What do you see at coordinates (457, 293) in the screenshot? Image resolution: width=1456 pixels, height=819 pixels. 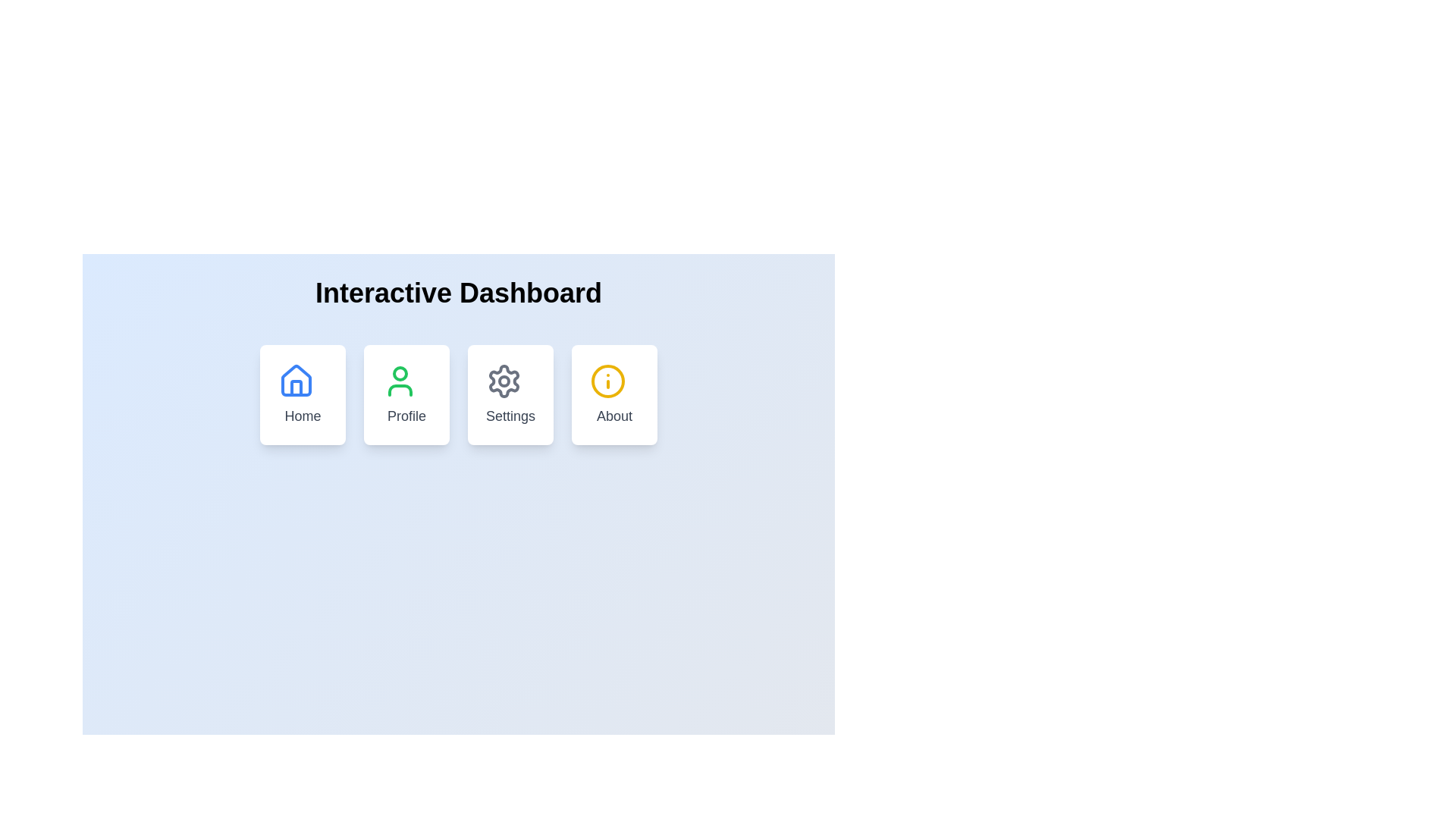 I see `text of the header element that displays 'Interactive Dashboard', which is a bold and large styled text centered at the top section of the interface` at bounding box center [457, 293].